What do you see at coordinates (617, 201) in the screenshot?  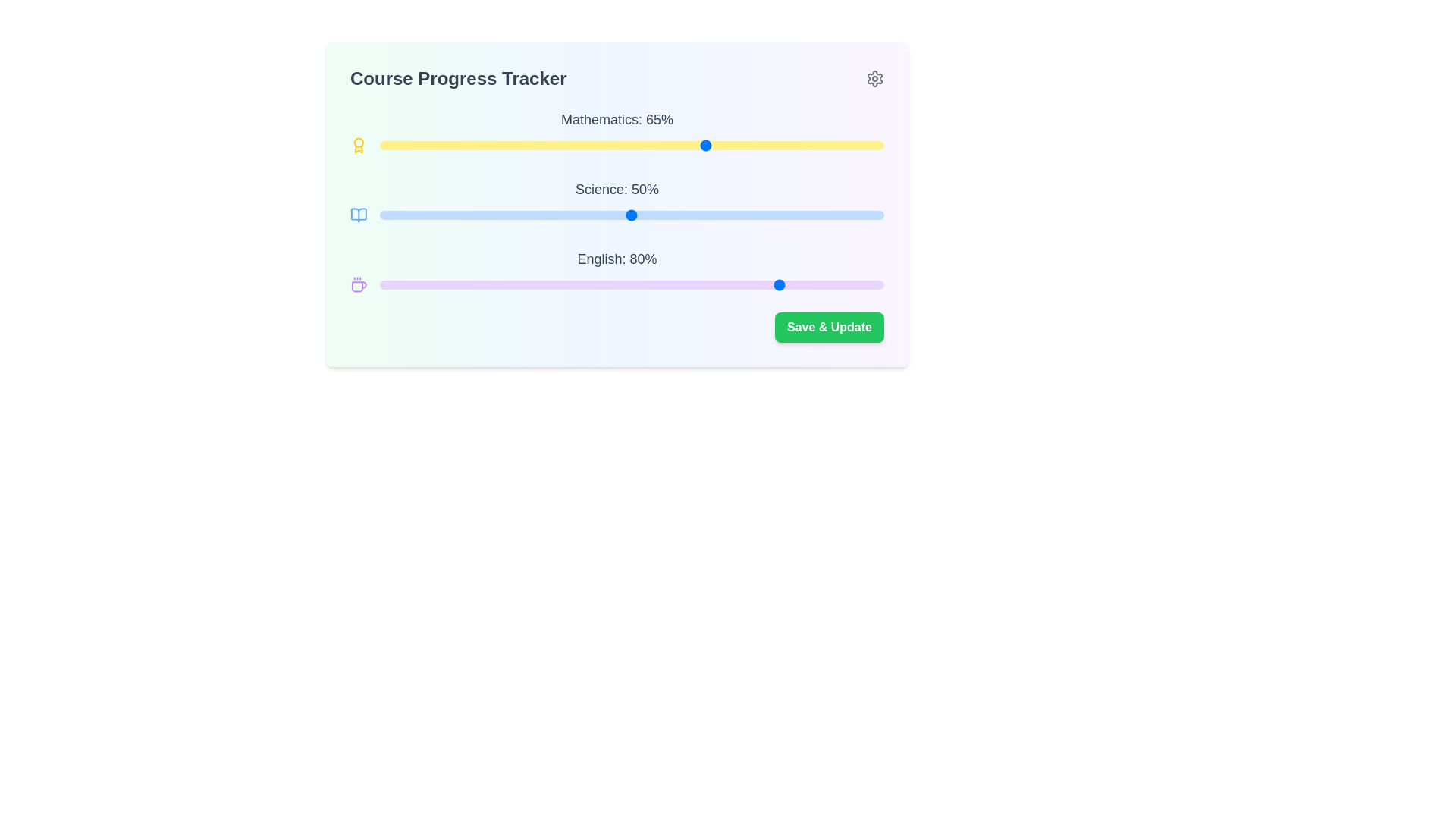 I see `the Grouped progress bars labeled 'Course Progress Tracker' to focus on the progress data for Mathematics, Science, and English` at bounding box center [617, 201].